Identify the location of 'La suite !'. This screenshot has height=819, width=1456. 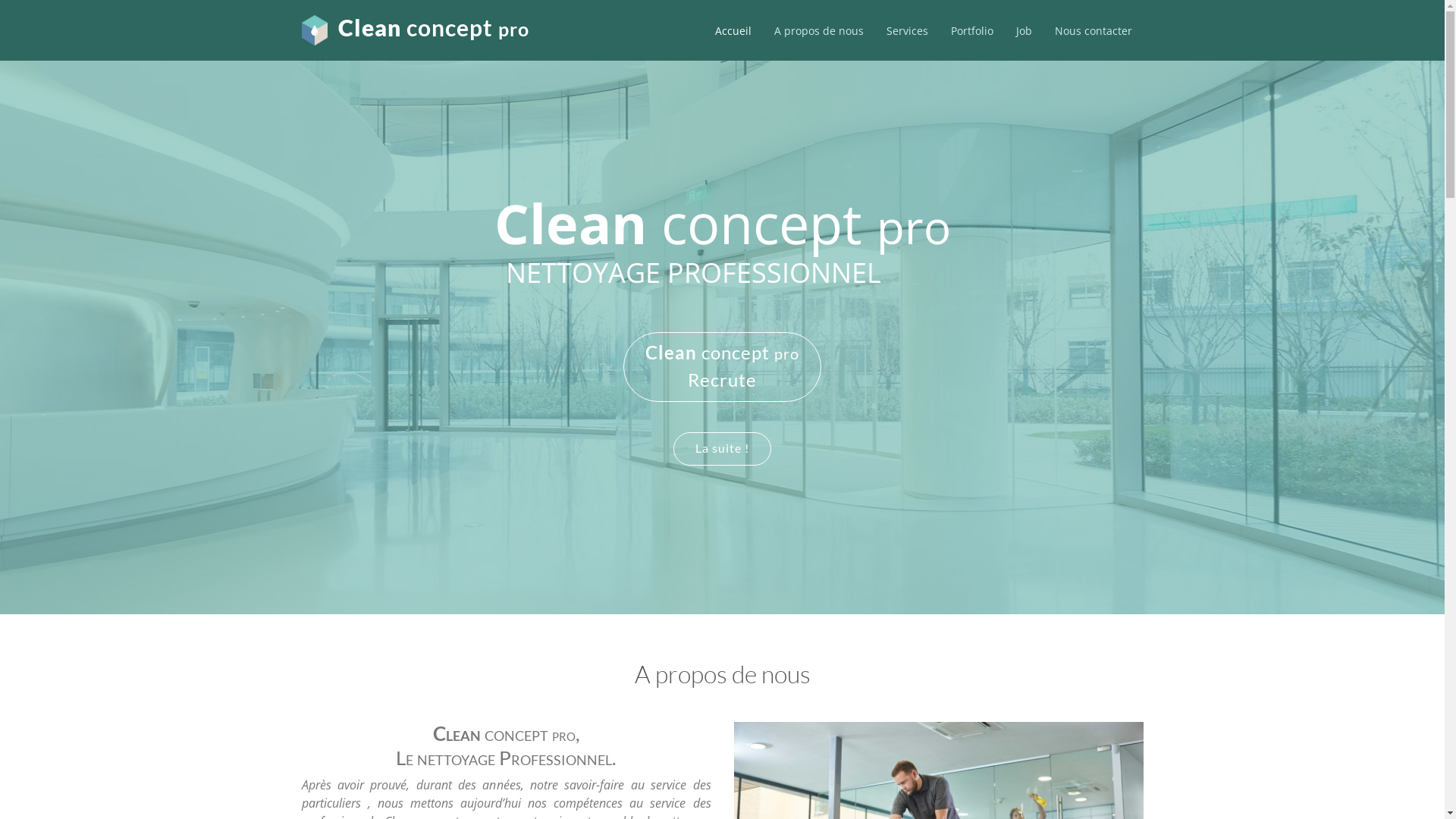
(721, 447).